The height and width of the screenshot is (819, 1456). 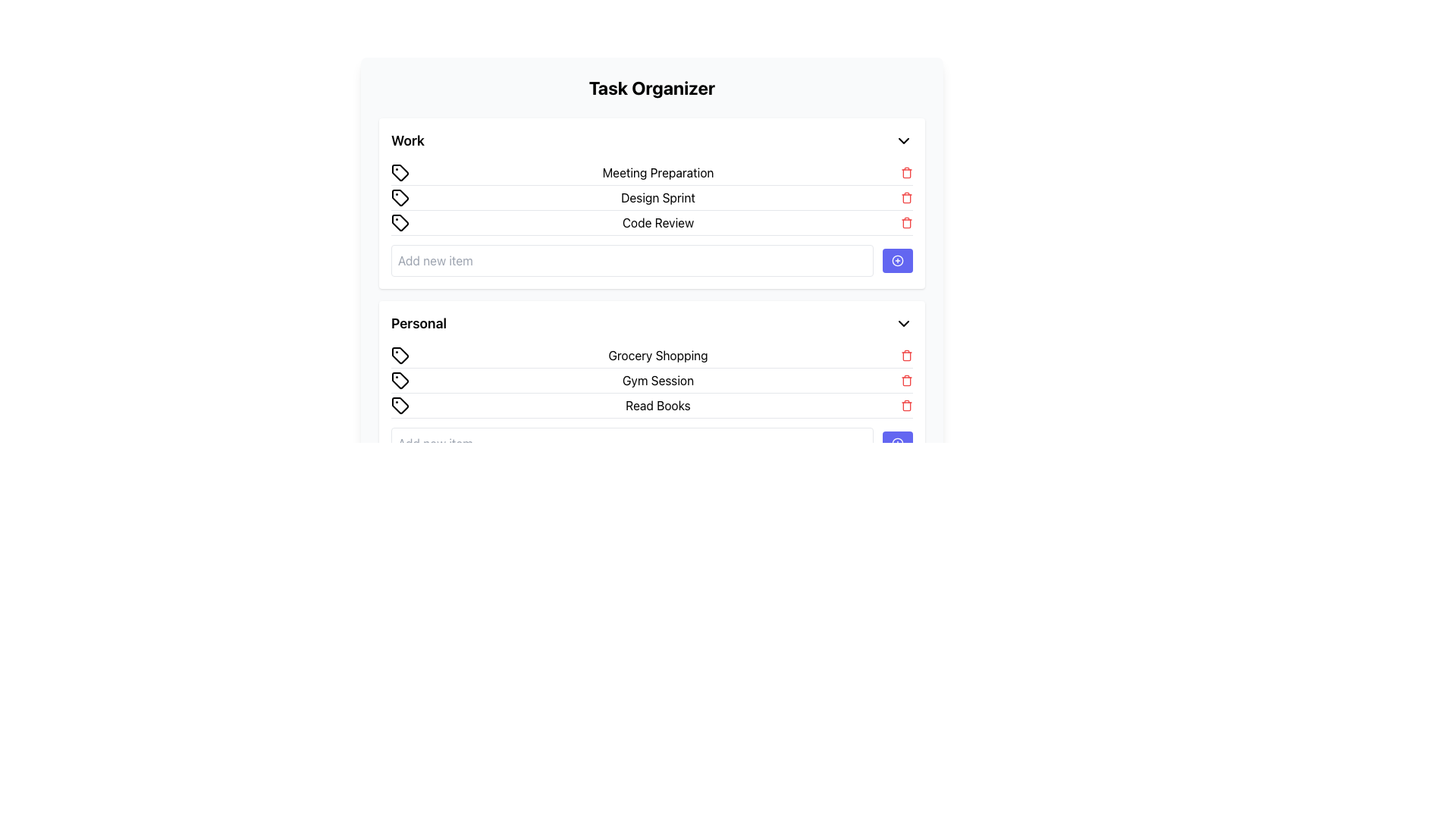 I want to click on the decorative icon associated with 'Grocery Shopping' located to the left of the text in the 'Personal' group, so click(x=400, y=356).